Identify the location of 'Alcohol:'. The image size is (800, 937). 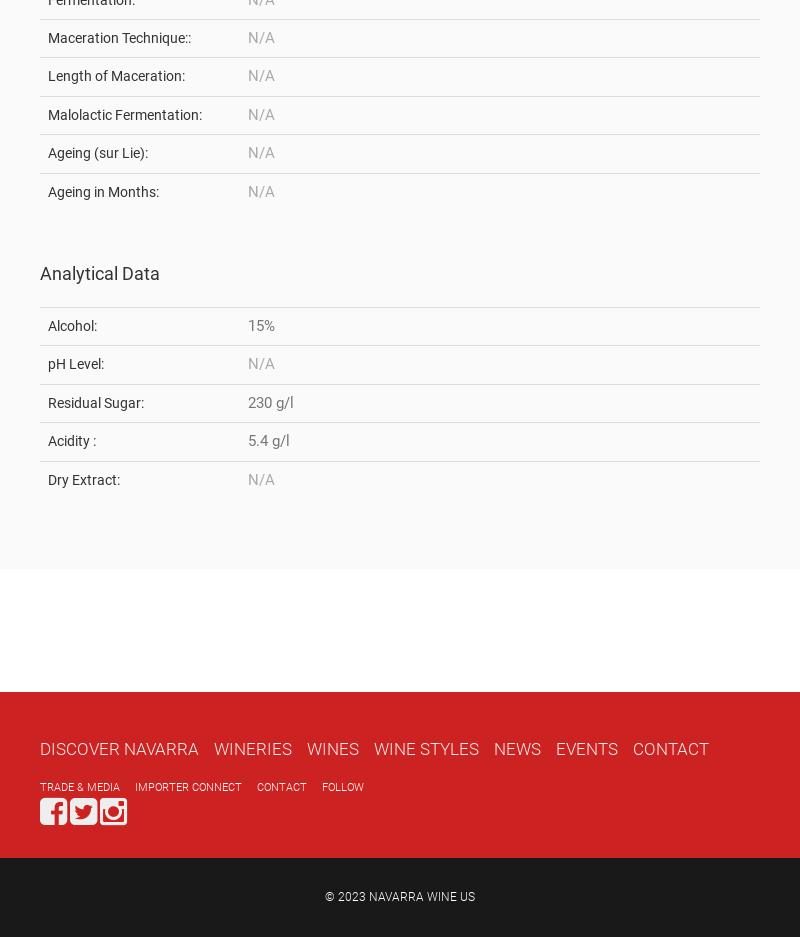
(47, 325).